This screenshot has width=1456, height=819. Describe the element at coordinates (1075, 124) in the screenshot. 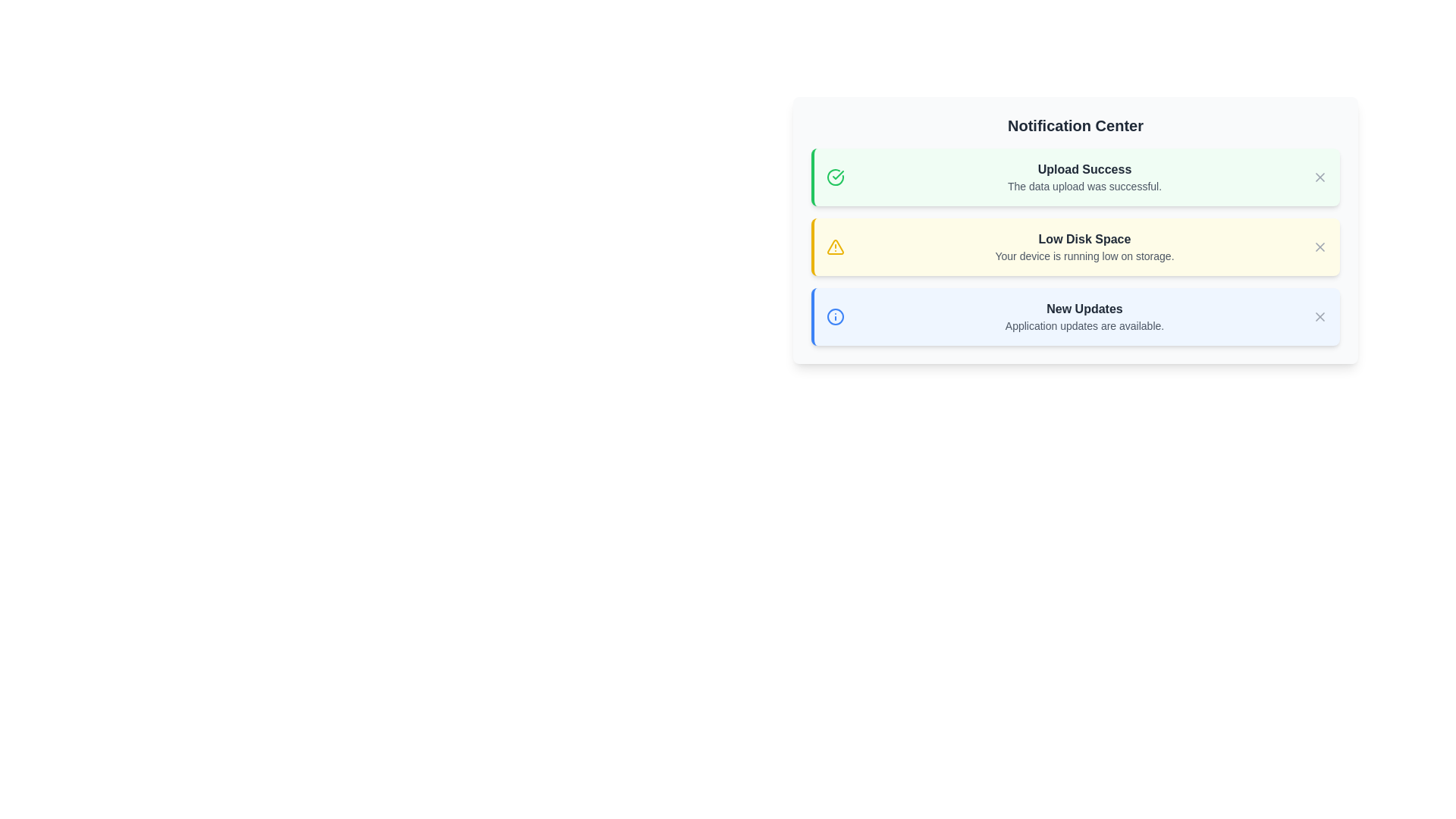

I see `the 'Notification Center' text label, which is displayed in bold, extra-large dark gray font at the top of the notification panel` at that location.